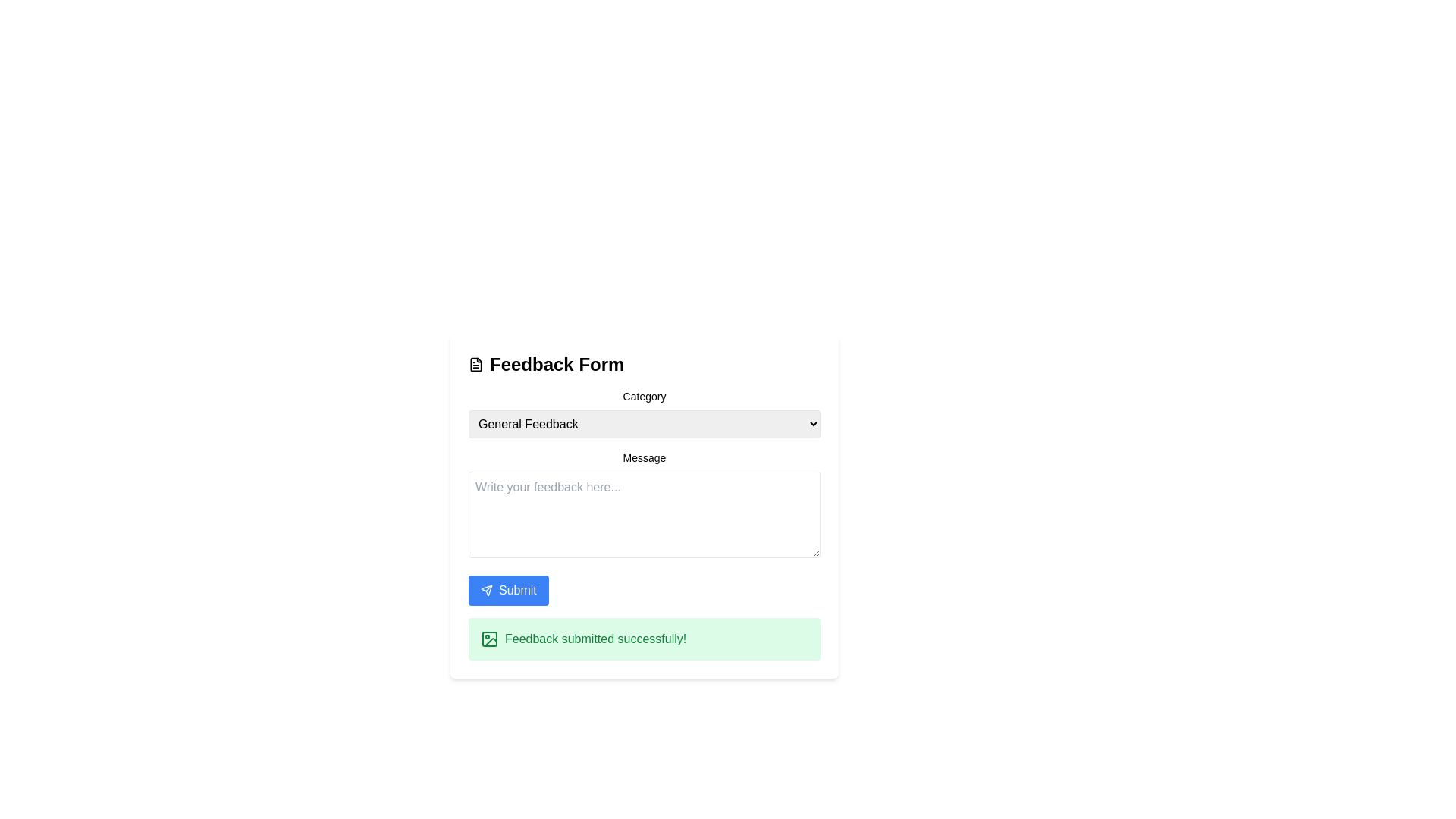 Image resolution: width=1456 pixels, height=819 pixels. Describe the element at coordinates (487, 590) in the screenshot. I see `the paper plane icon inside the blue 'Submit' button, which is located at the bottom-left of the 'Feedback Form' interface` at that location.